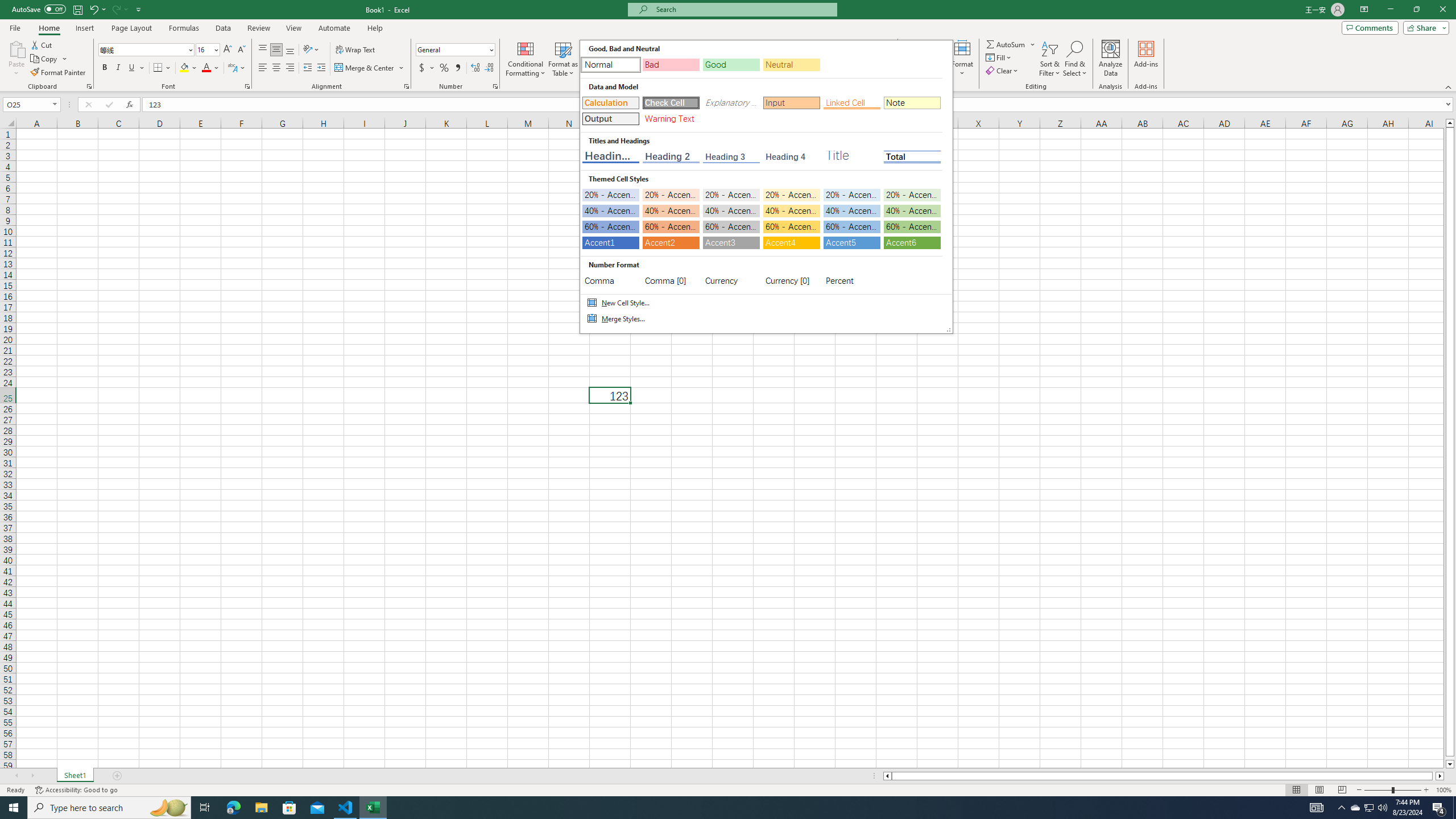  Describe the element at coordinates (146, 49) in the screenshot. I see `'Font'` at that location.